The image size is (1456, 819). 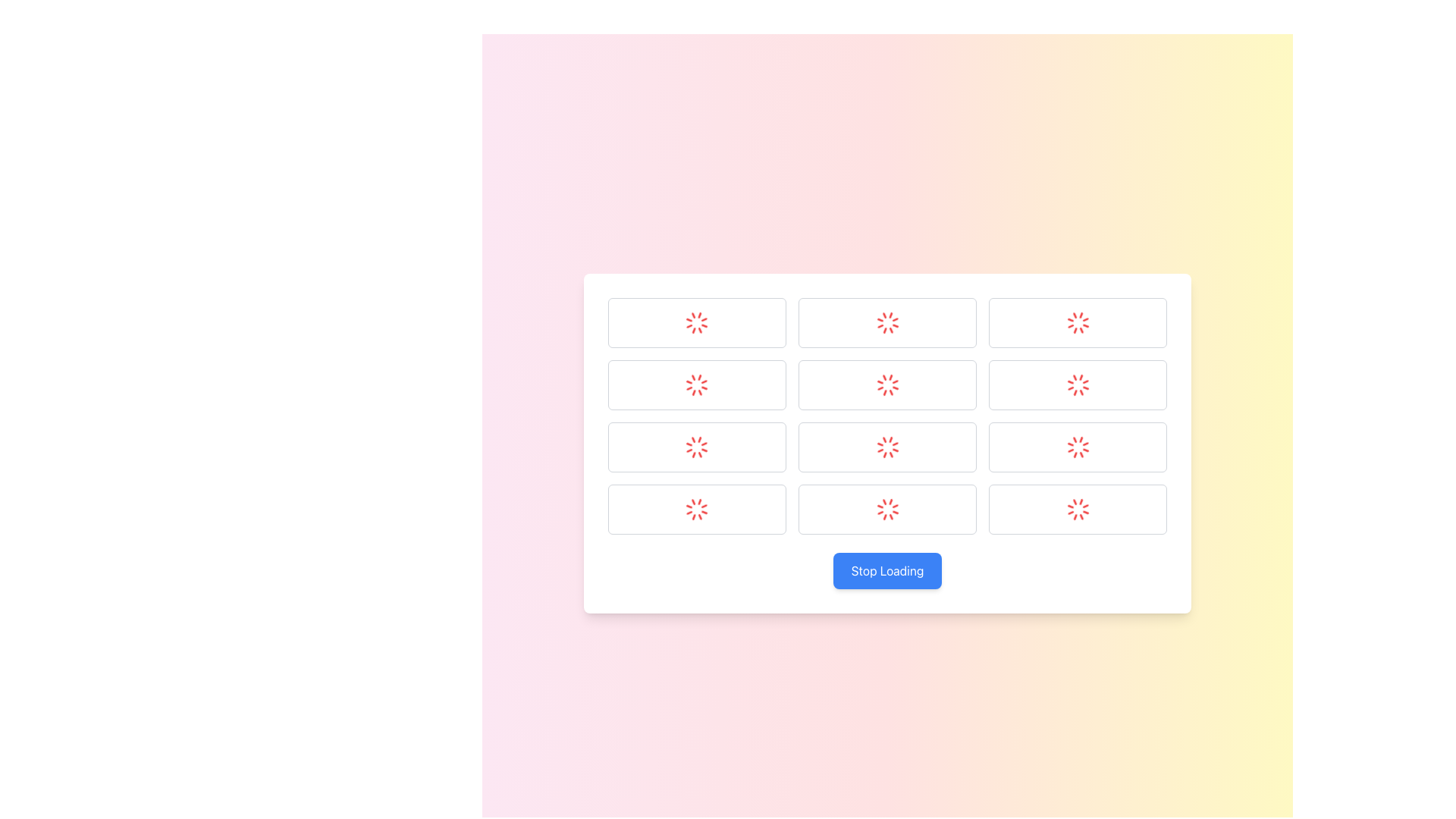 What do you see at coordinates (887, 447) in the screenshot?
I see `loader animation located in the second row, second column of the grid layout, which visually indicates a loading process` at bounding box center [887, 447].